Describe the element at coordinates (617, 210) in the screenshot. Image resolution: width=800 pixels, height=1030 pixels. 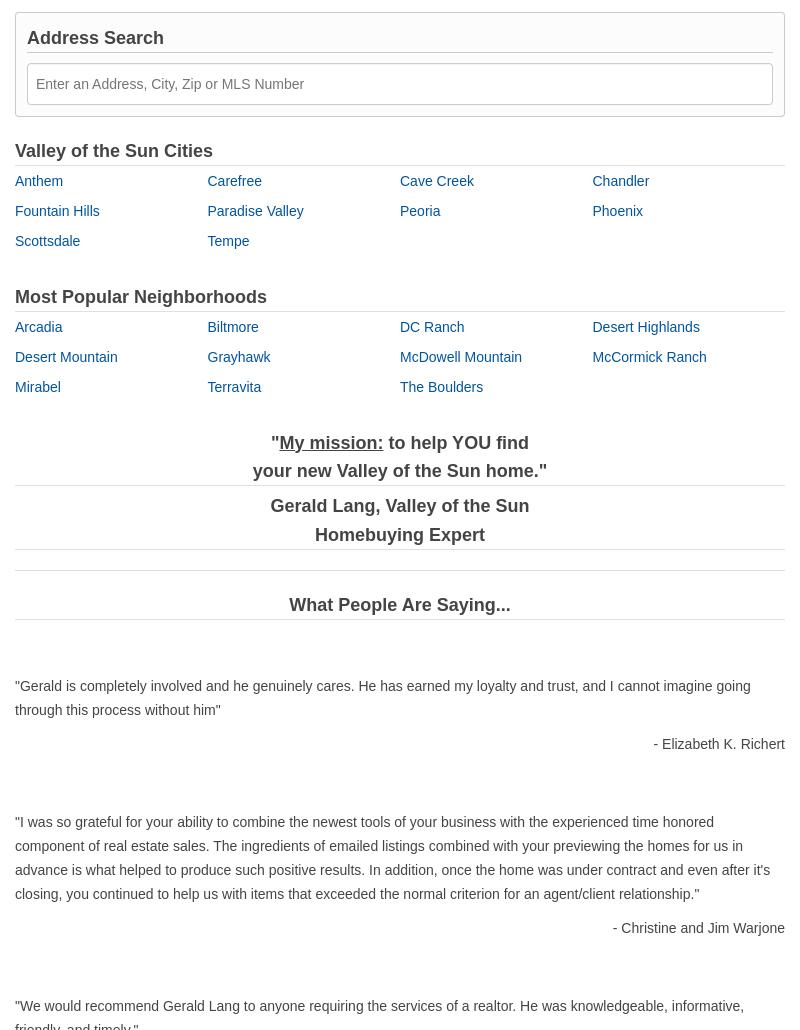
I see `'Phoenix'` at that location.